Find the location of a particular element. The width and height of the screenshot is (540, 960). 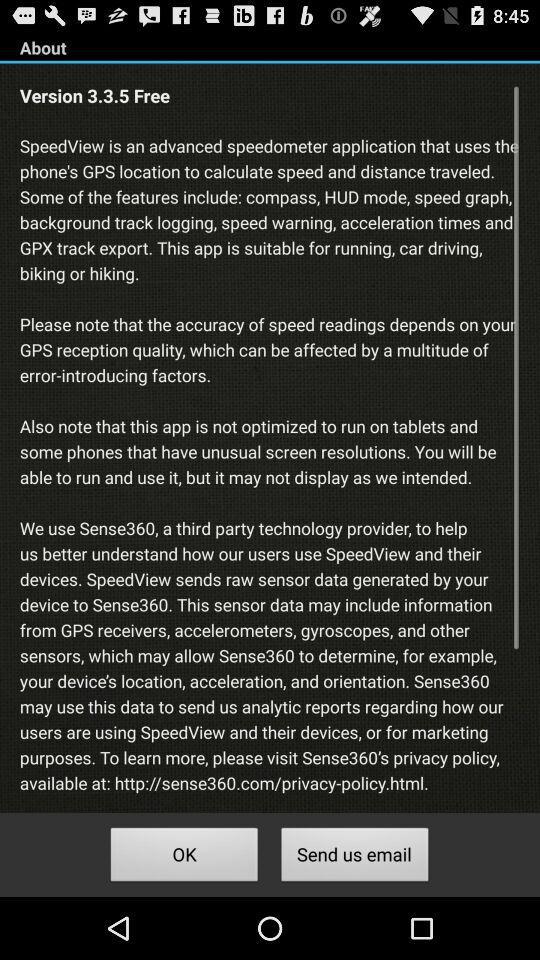

button next to the ok icon is located at coordinates (354, 856).